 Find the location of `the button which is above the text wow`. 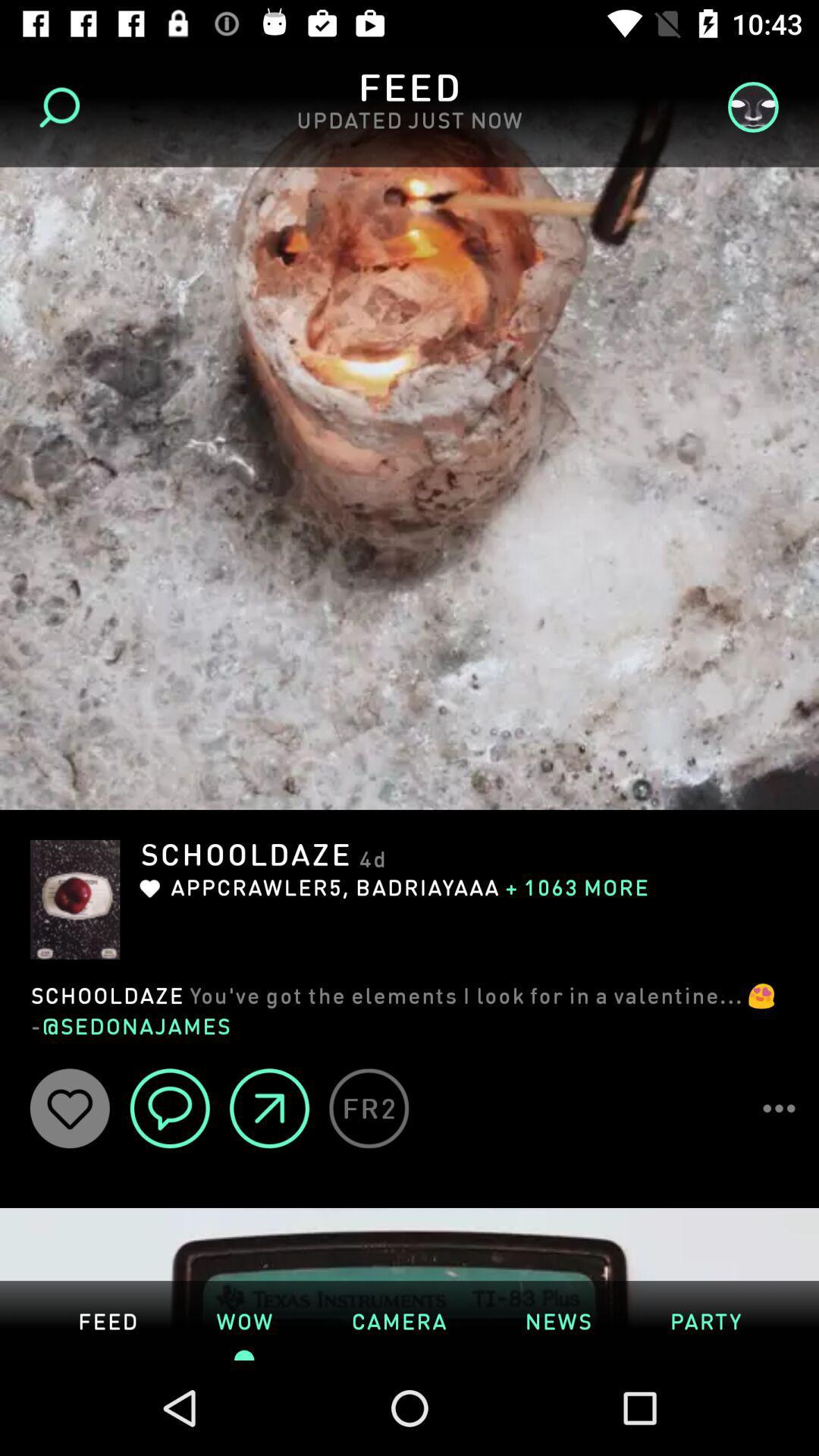

the button which is above the text wow is located at coordinates (268, 1108).